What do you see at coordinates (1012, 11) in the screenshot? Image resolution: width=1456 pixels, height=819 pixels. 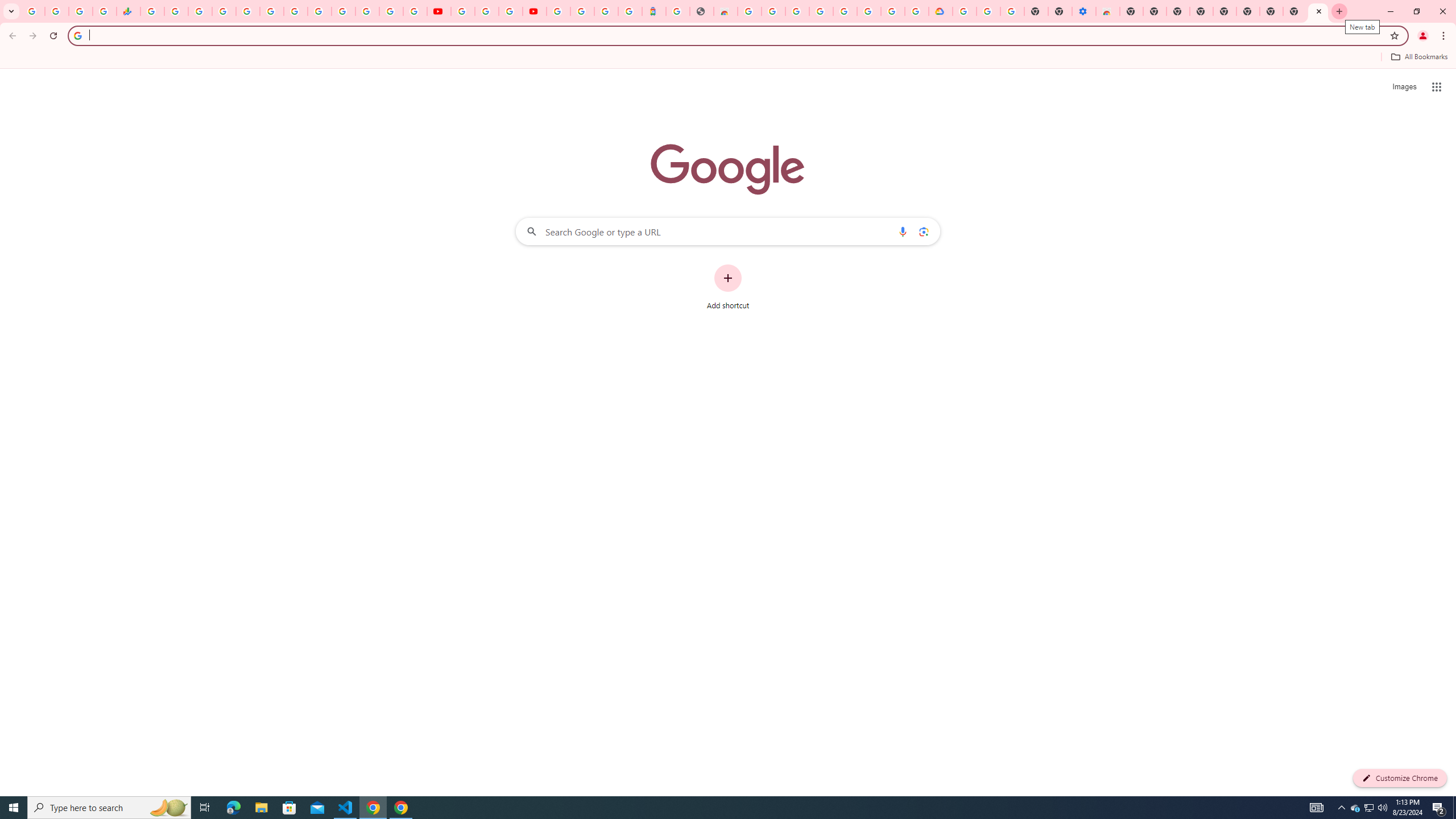 I see `'Turn cookies on or off - Computer - Google Account Help'` at bounding box center [1012, 11].